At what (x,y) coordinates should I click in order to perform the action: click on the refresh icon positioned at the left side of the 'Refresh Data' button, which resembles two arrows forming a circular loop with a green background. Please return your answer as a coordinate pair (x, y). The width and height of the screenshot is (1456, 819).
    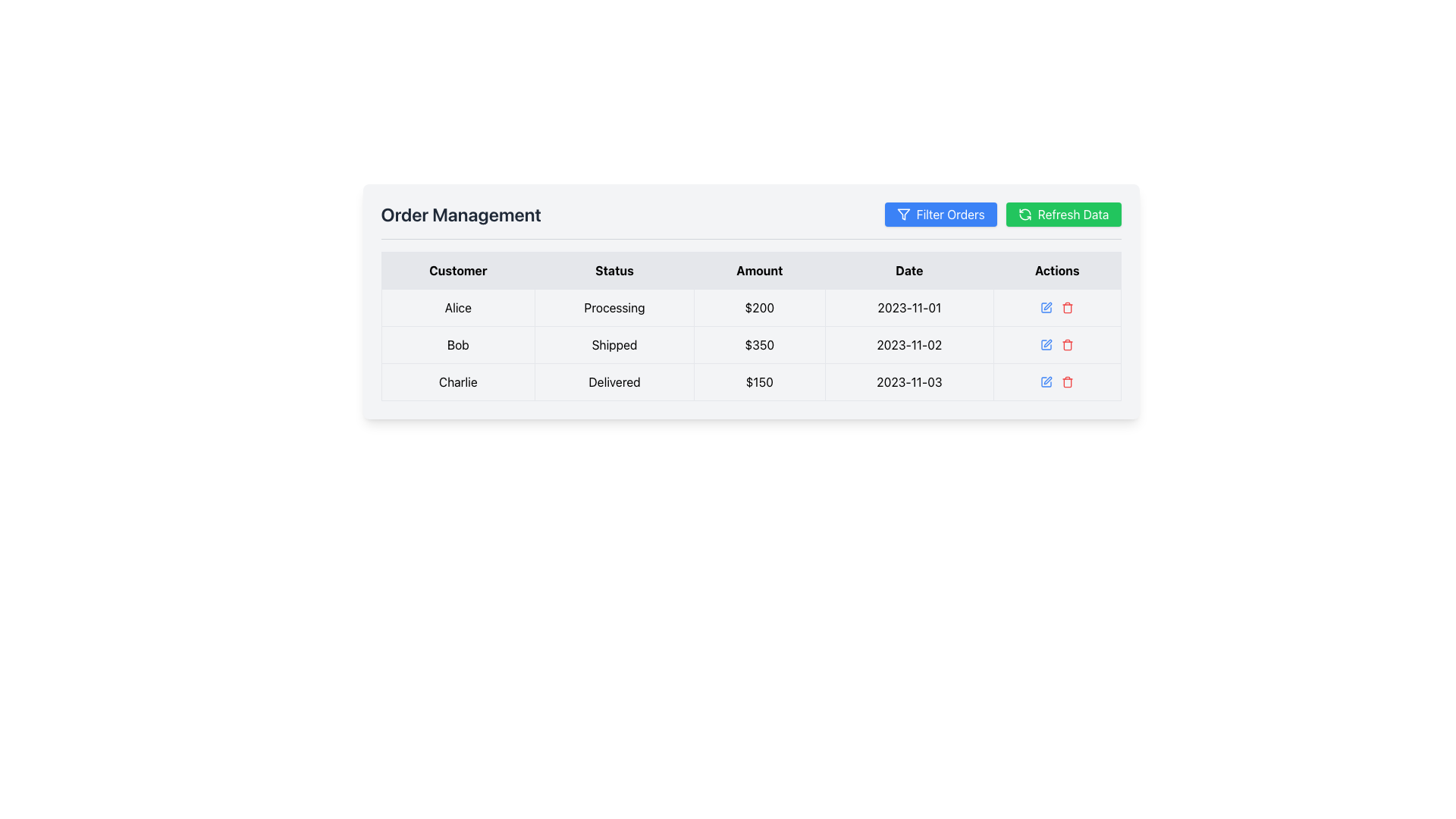
    Looking at the image, I should click on (1024, 214).